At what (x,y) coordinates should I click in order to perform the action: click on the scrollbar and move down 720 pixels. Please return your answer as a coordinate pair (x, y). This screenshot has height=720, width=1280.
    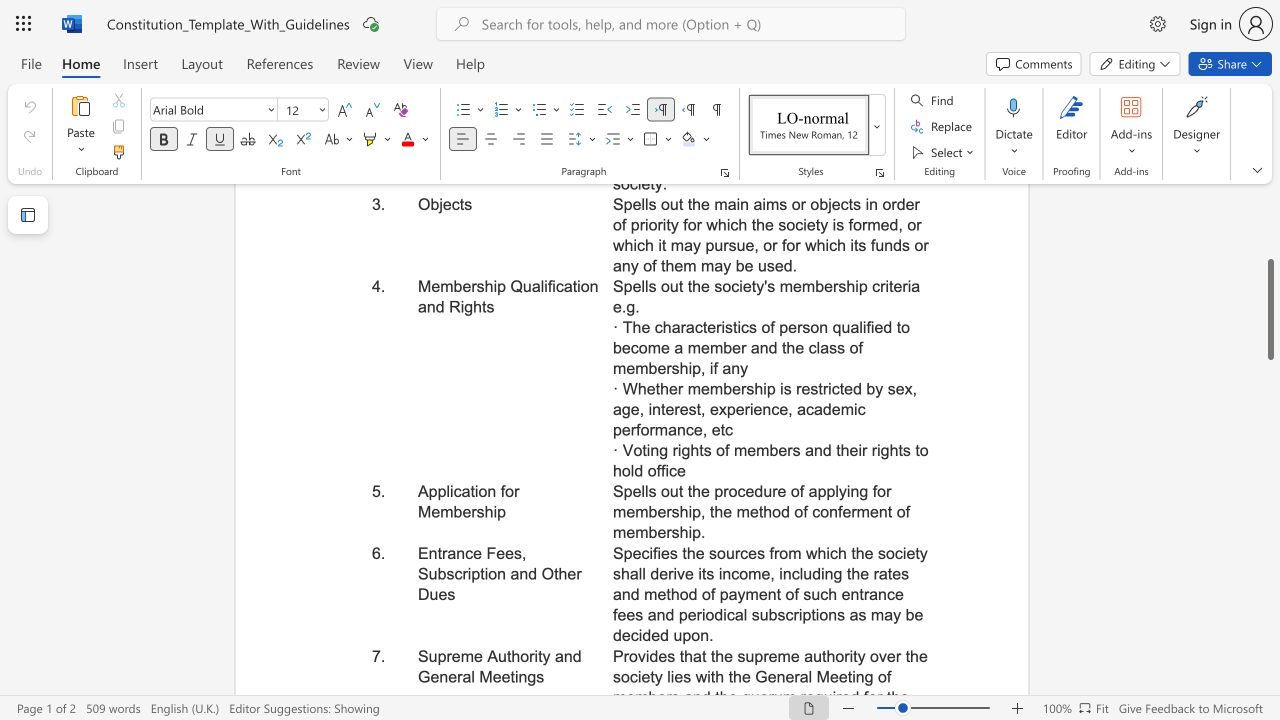
    Looking at the image, I should click on (1269, 309).